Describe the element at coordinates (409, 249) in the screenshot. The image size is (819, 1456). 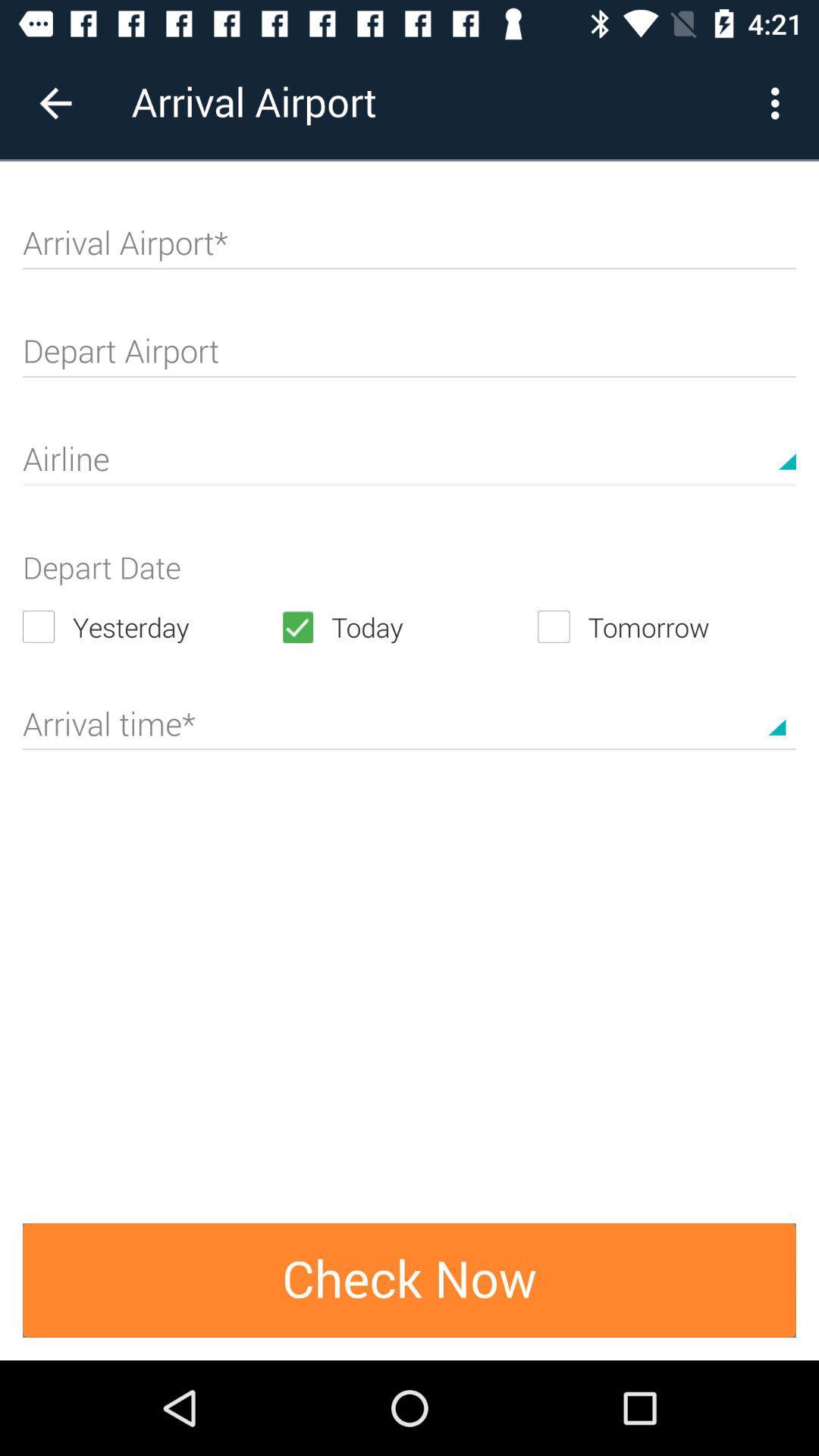
I see `type in airport` at that location.